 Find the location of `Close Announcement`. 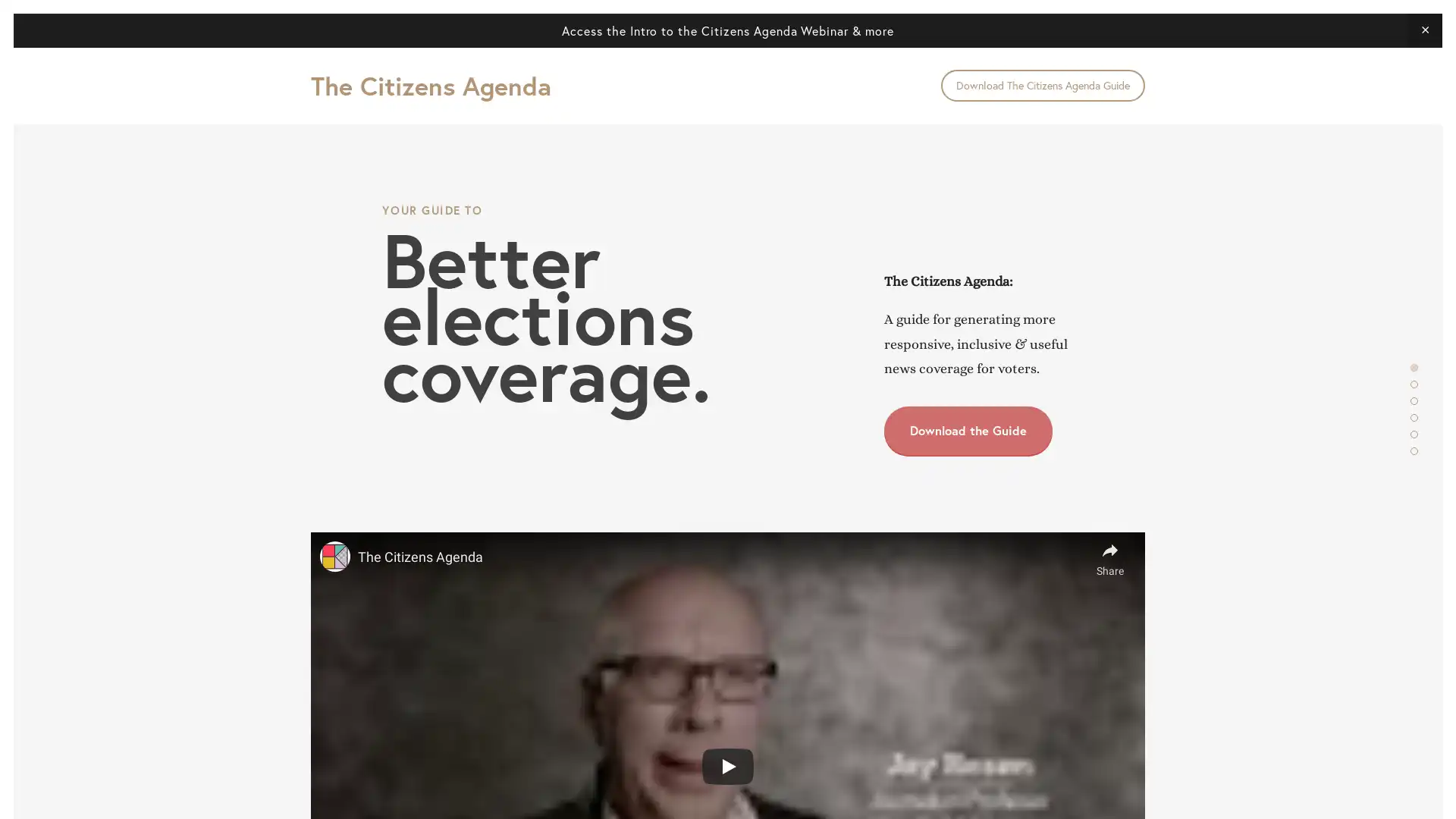

Close Announcement is located at coordinates (1424, 30).